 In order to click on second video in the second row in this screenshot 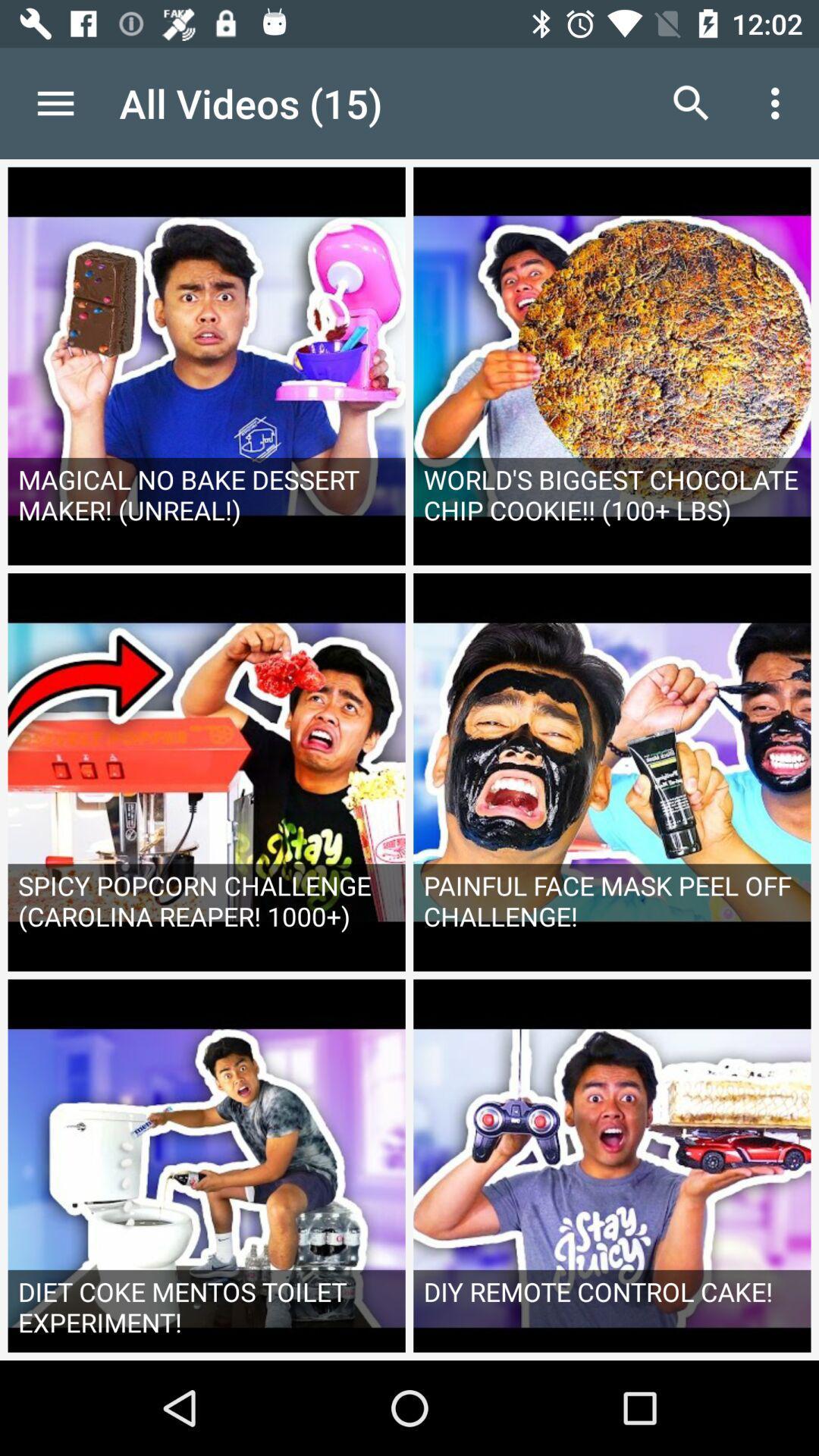, I will do `click(611, 772)`.